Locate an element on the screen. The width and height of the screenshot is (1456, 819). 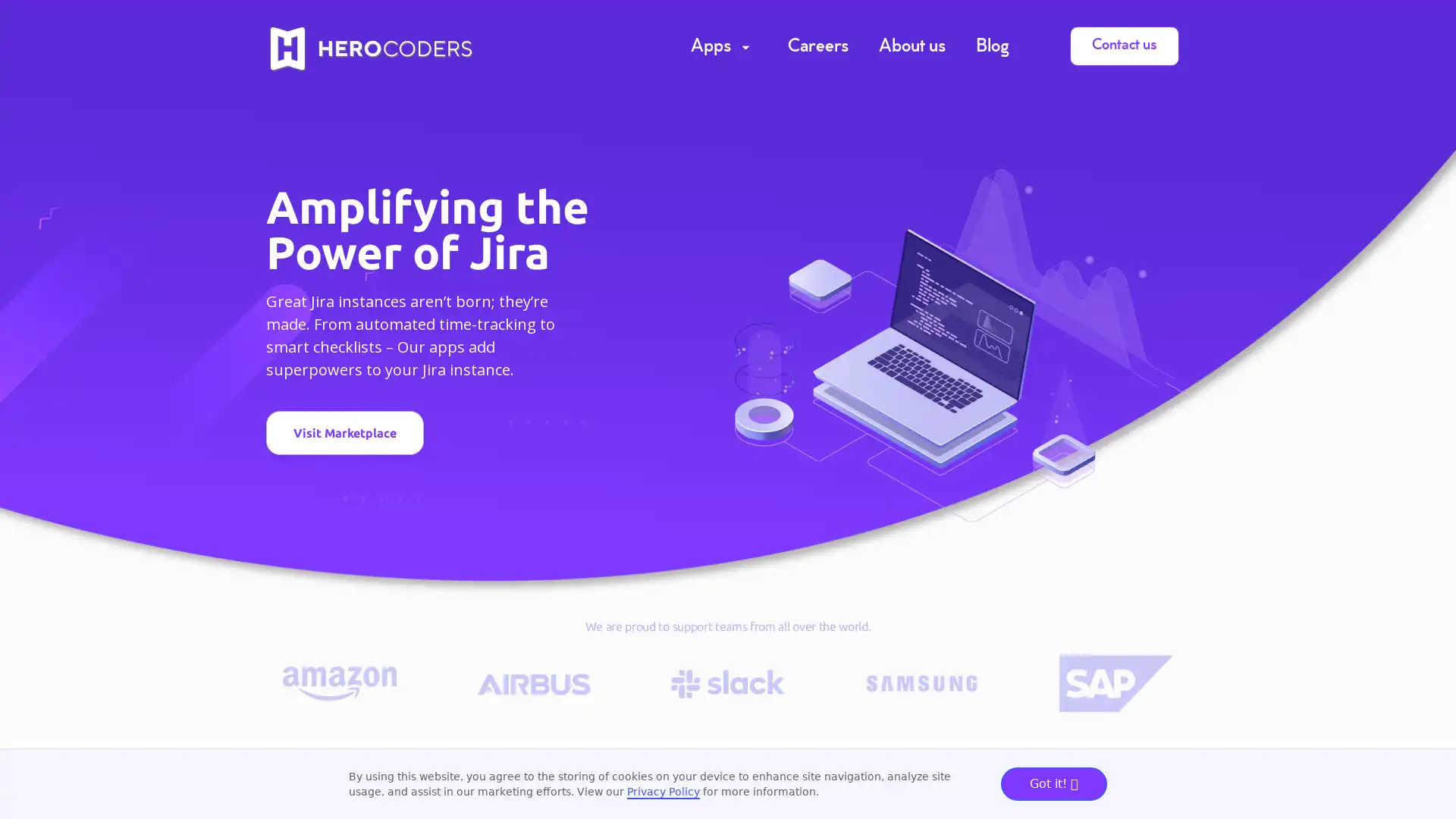
Got it! is located at coordinates (1053, 783).